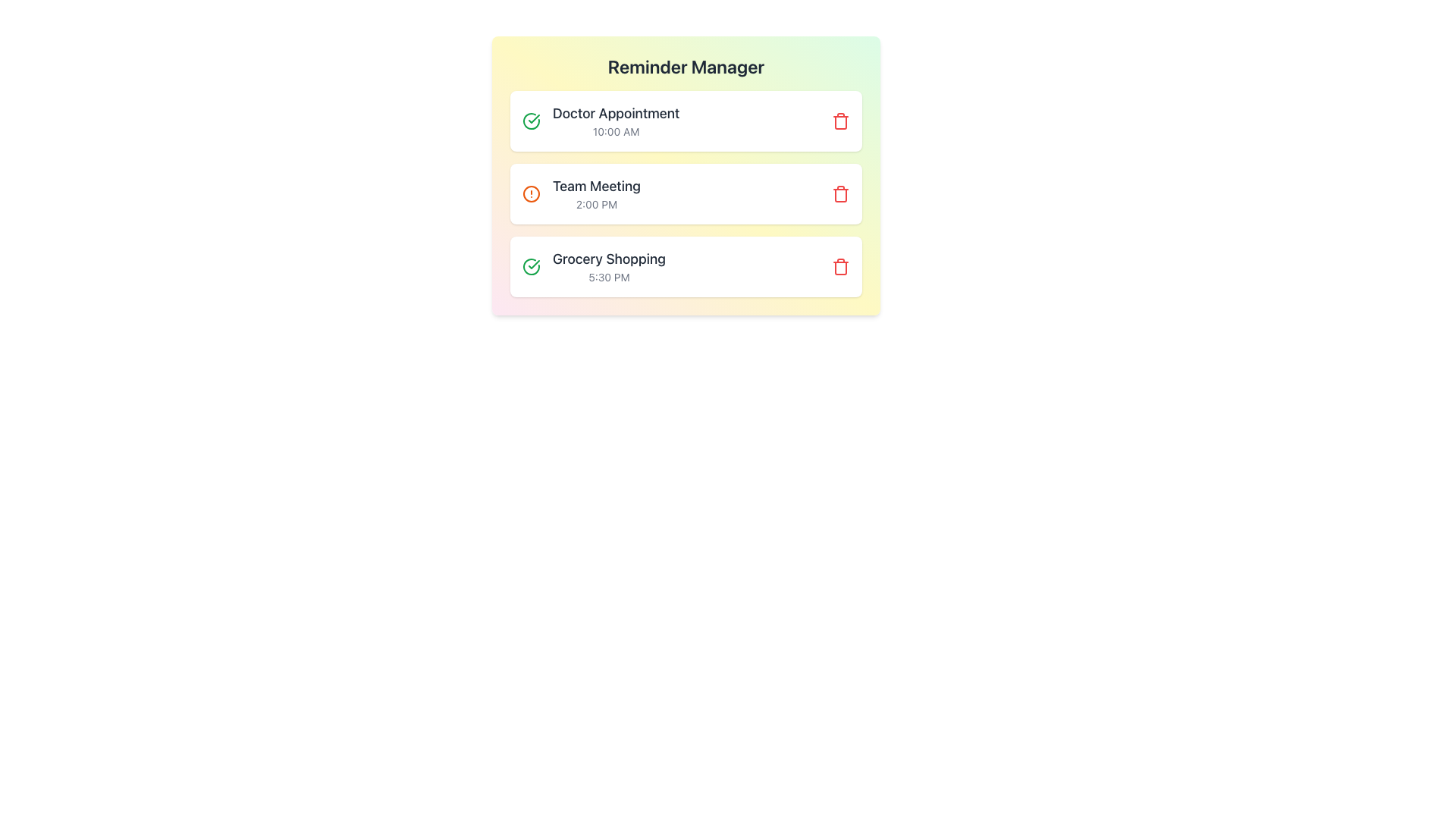 The image size is (1456, 819). What do you see at coordinates (609, 265) in the screenshot?
I see `'Grocery Shopping' reminder text displayed in a bold dark gray font along with the time '5:30 PM' in a smaller light gray font, located in the third reminder entry of the list` at bounding box center [609, 265].